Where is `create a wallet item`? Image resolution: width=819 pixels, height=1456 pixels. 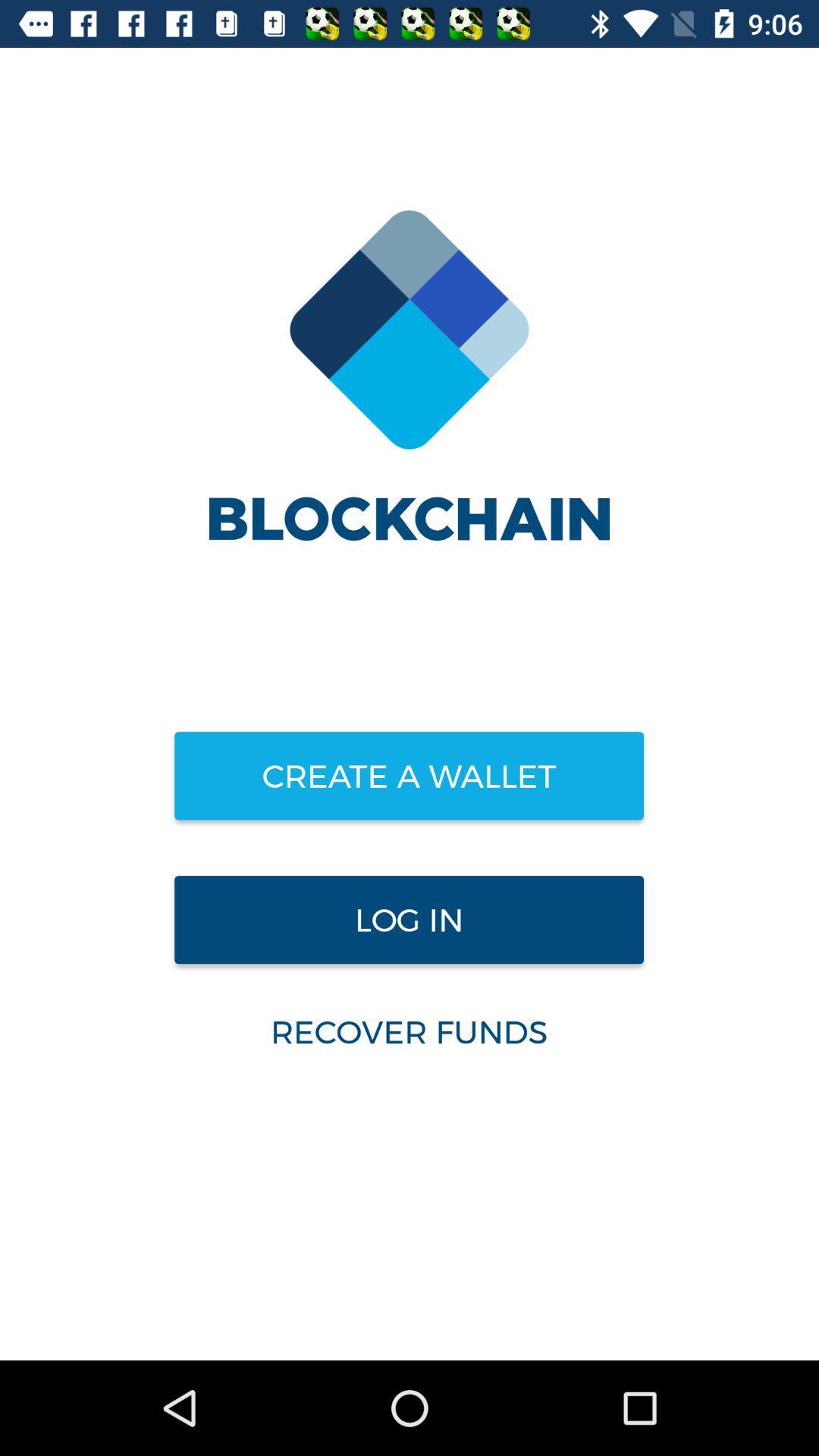 create a wallet item is located at coordinates (408, 776).